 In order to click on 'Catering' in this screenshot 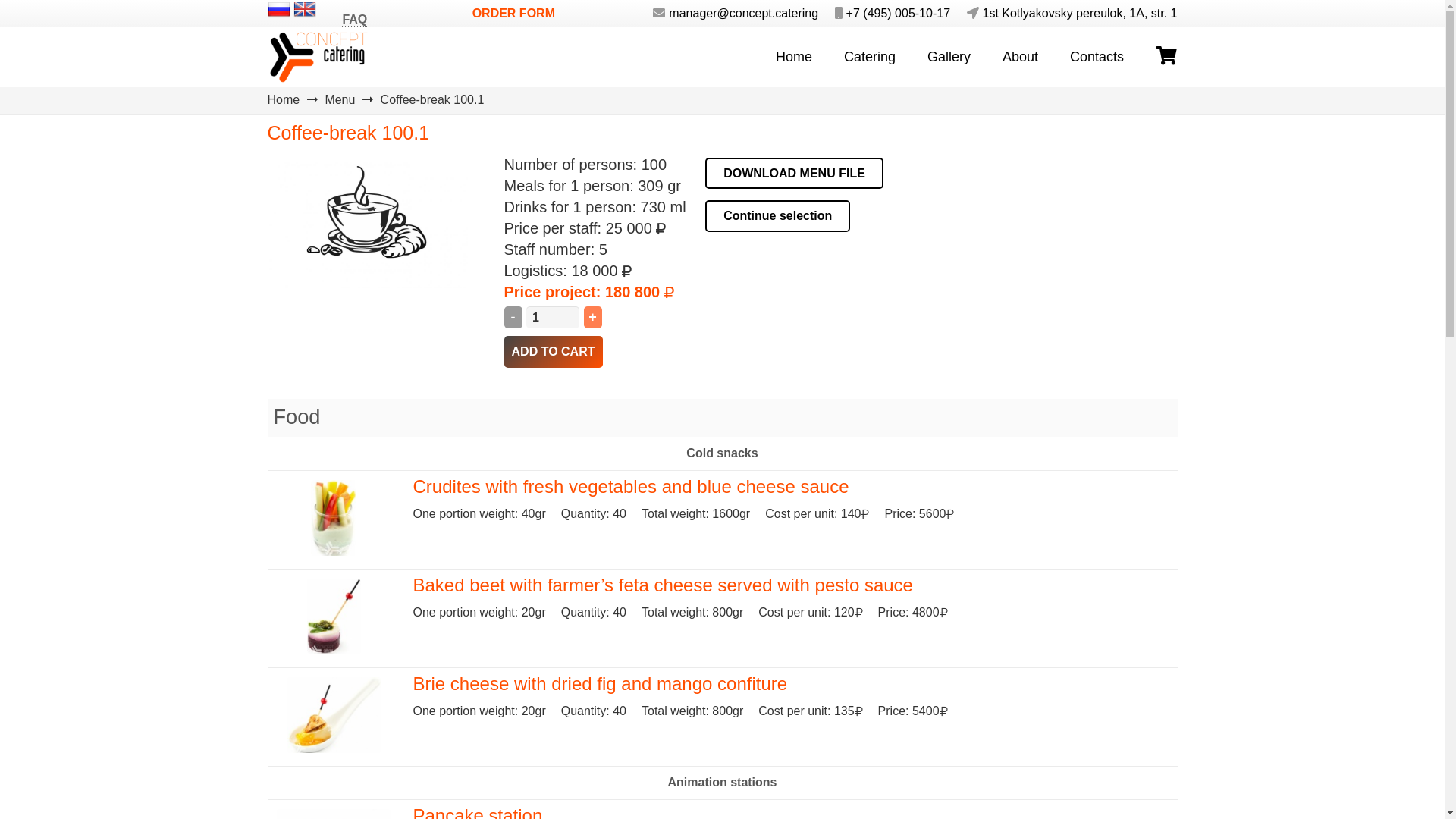, I will do `click(870, 55)`.